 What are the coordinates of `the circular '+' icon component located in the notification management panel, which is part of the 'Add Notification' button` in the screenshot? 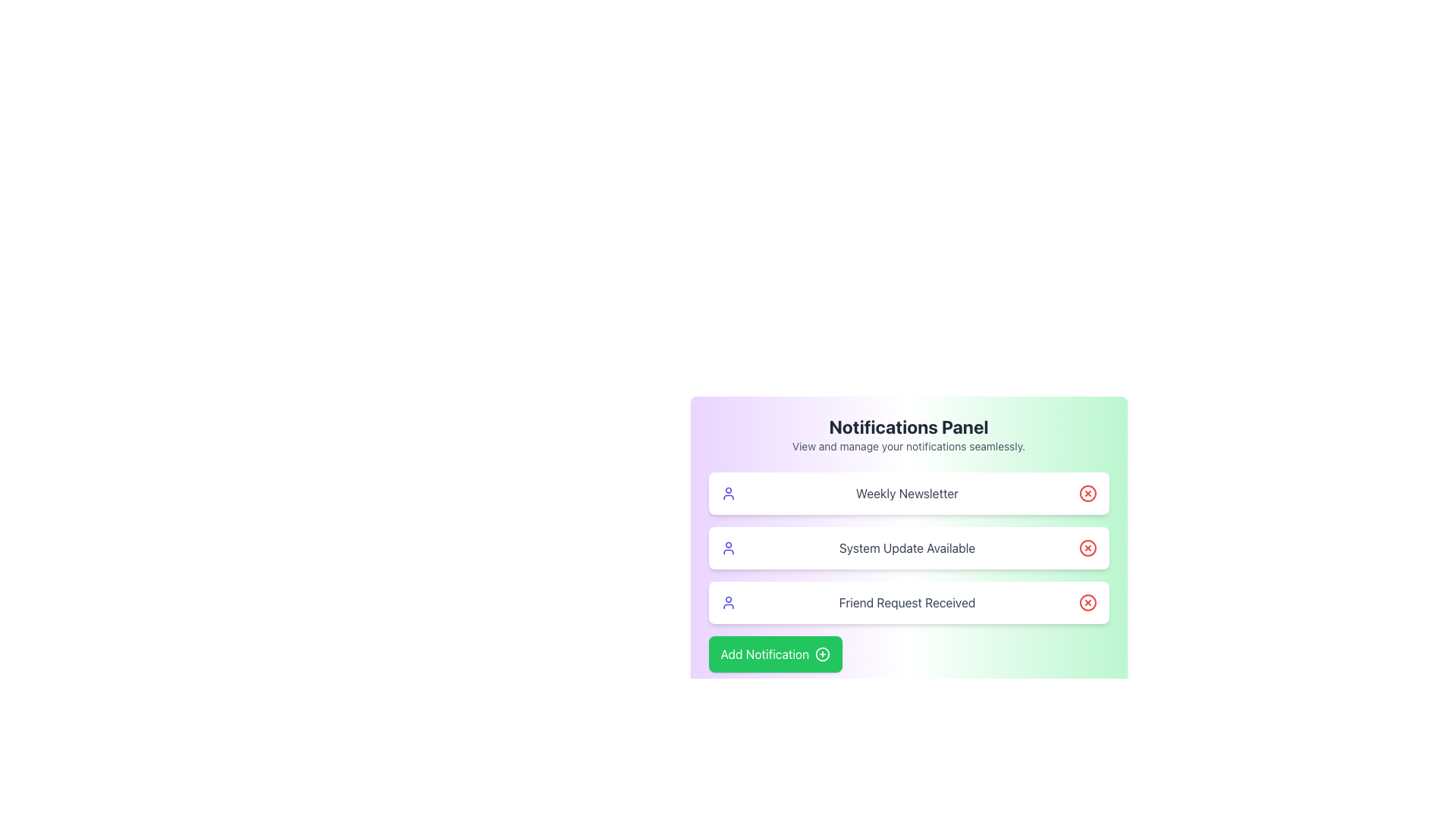 It's located at (822, 654).